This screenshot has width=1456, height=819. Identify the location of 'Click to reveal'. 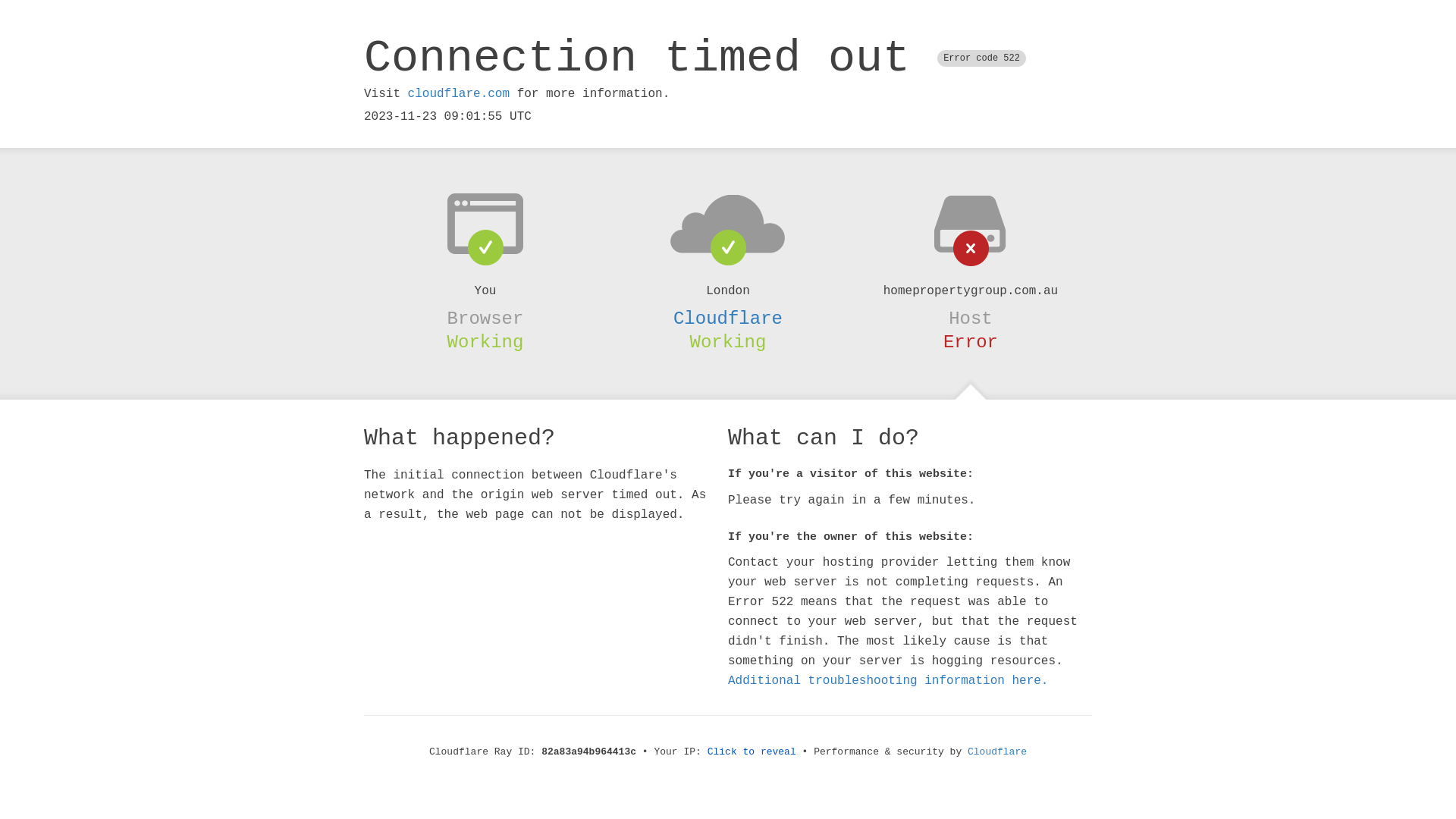
(752, 752).